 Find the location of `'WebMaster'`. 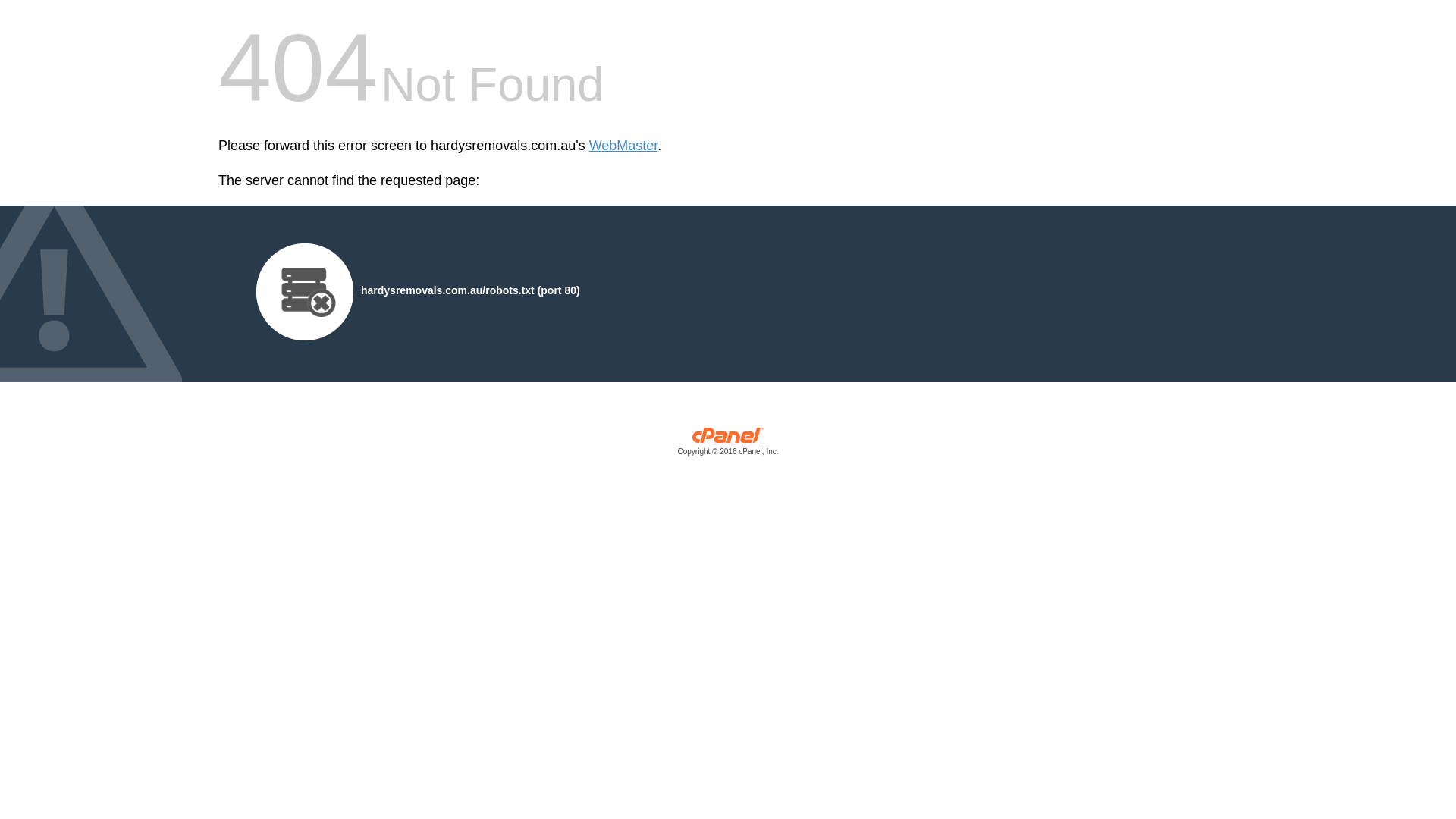

'WebMaster' is located at coordinates (588, 146).